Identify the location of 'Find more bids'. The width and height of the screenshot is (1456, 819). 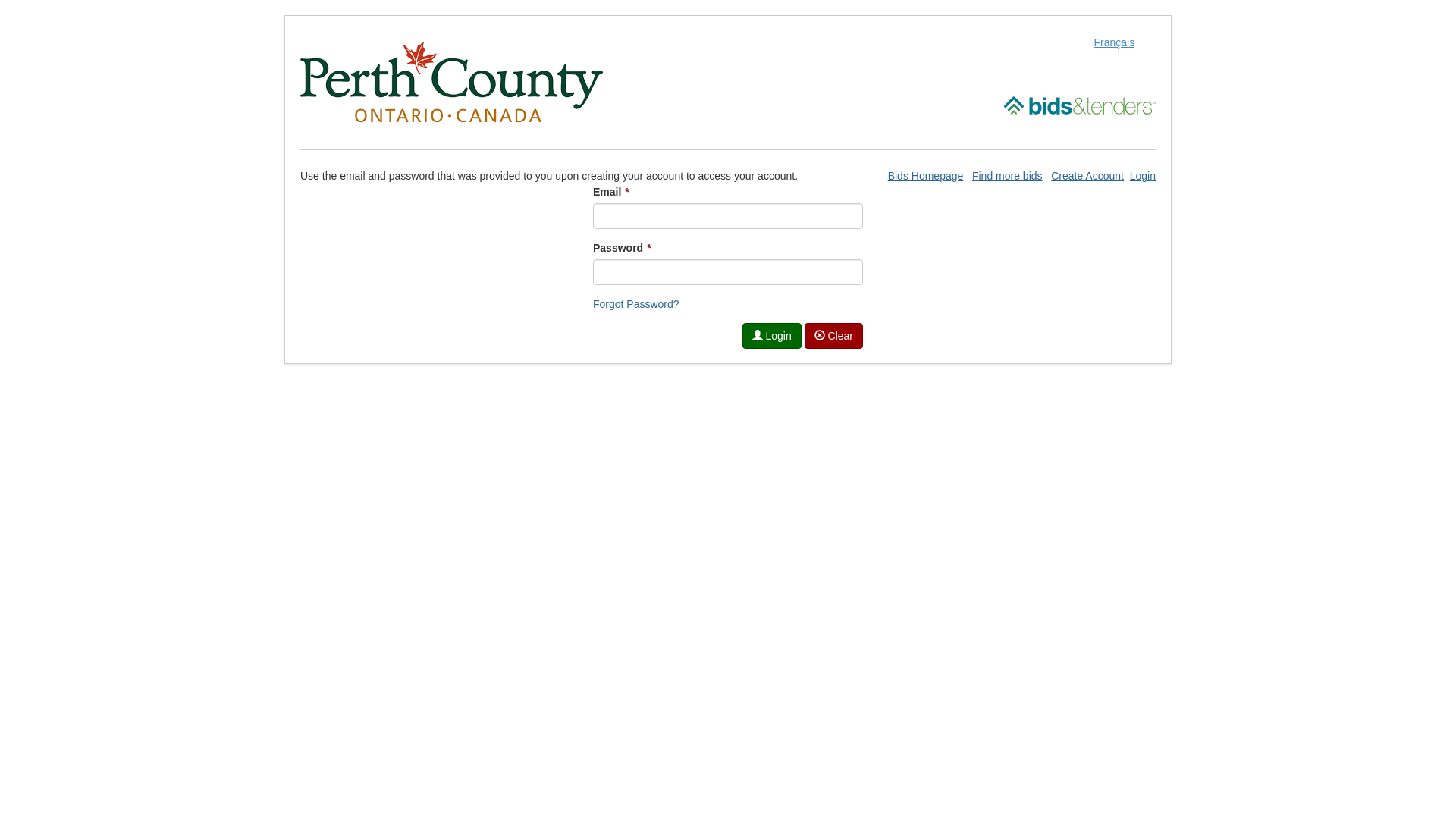
(1007, 174).